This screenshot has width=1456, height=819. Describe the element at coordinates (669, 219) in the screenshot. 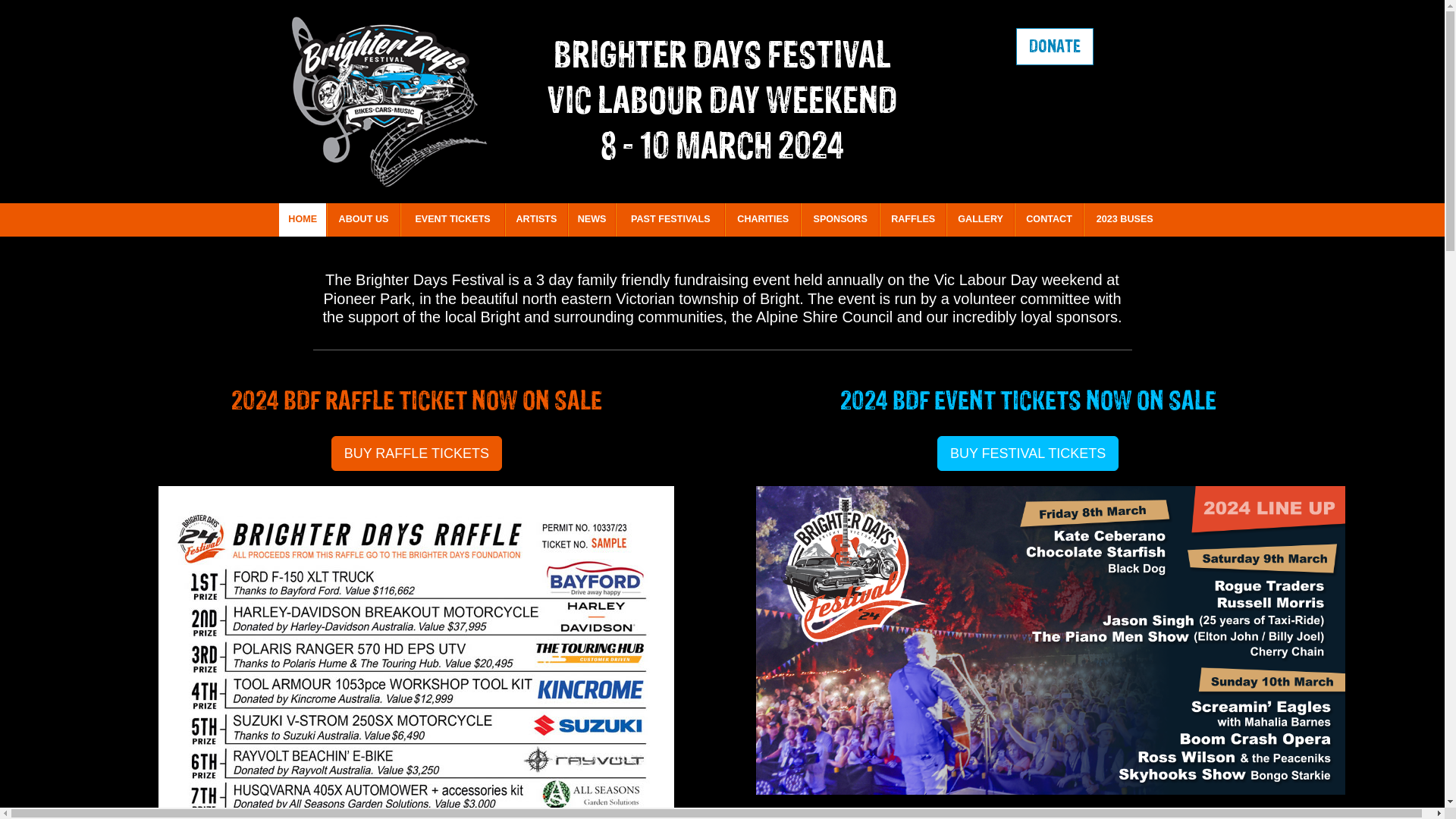

I see `'PAST FESTIVALS'` at that location.